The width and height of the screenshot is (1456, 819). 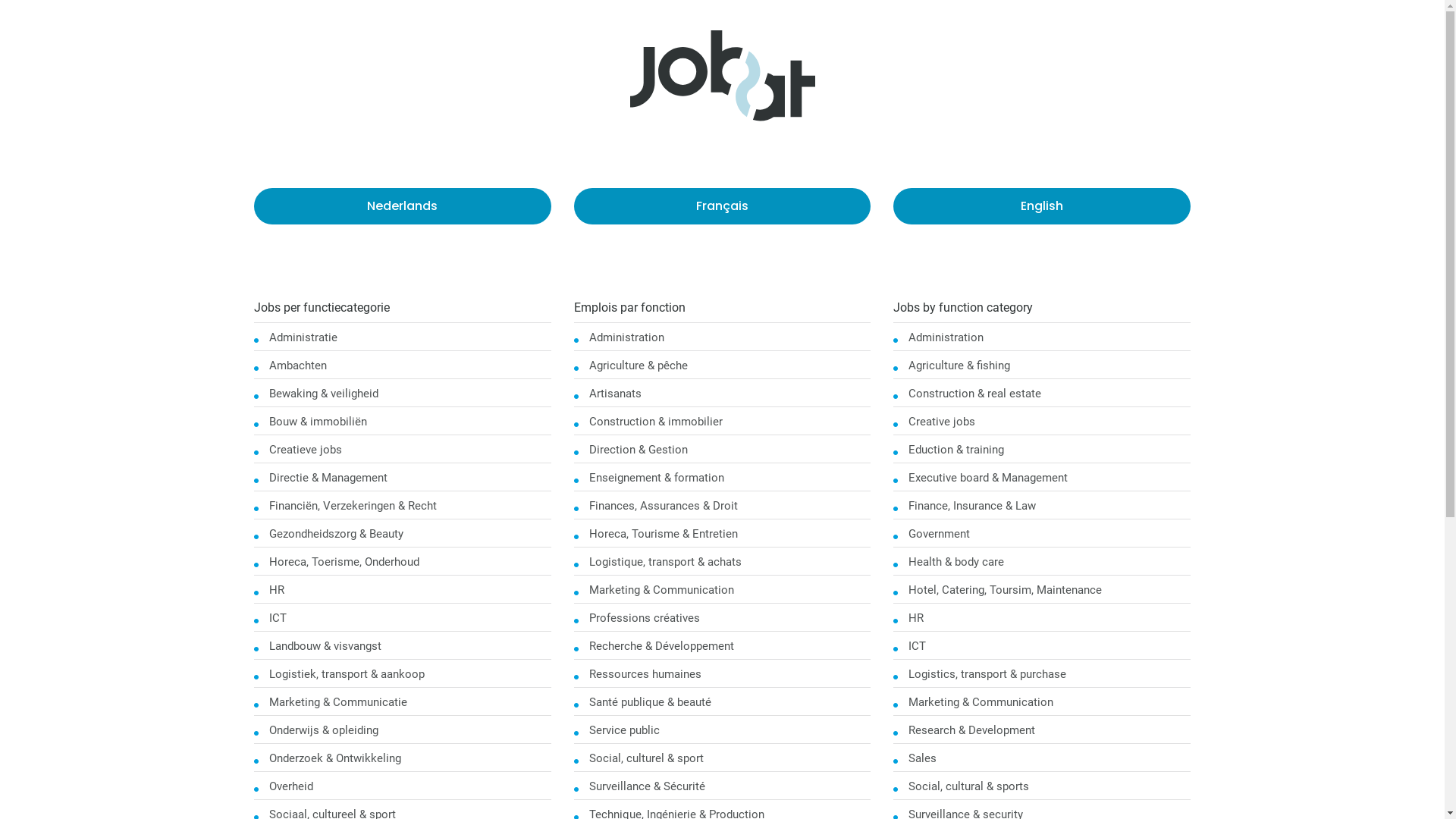 What do you see at coordinates (656, 476) in the screenshot?
I see `'Enseignement & formation'` at bounding box center [656, 476].